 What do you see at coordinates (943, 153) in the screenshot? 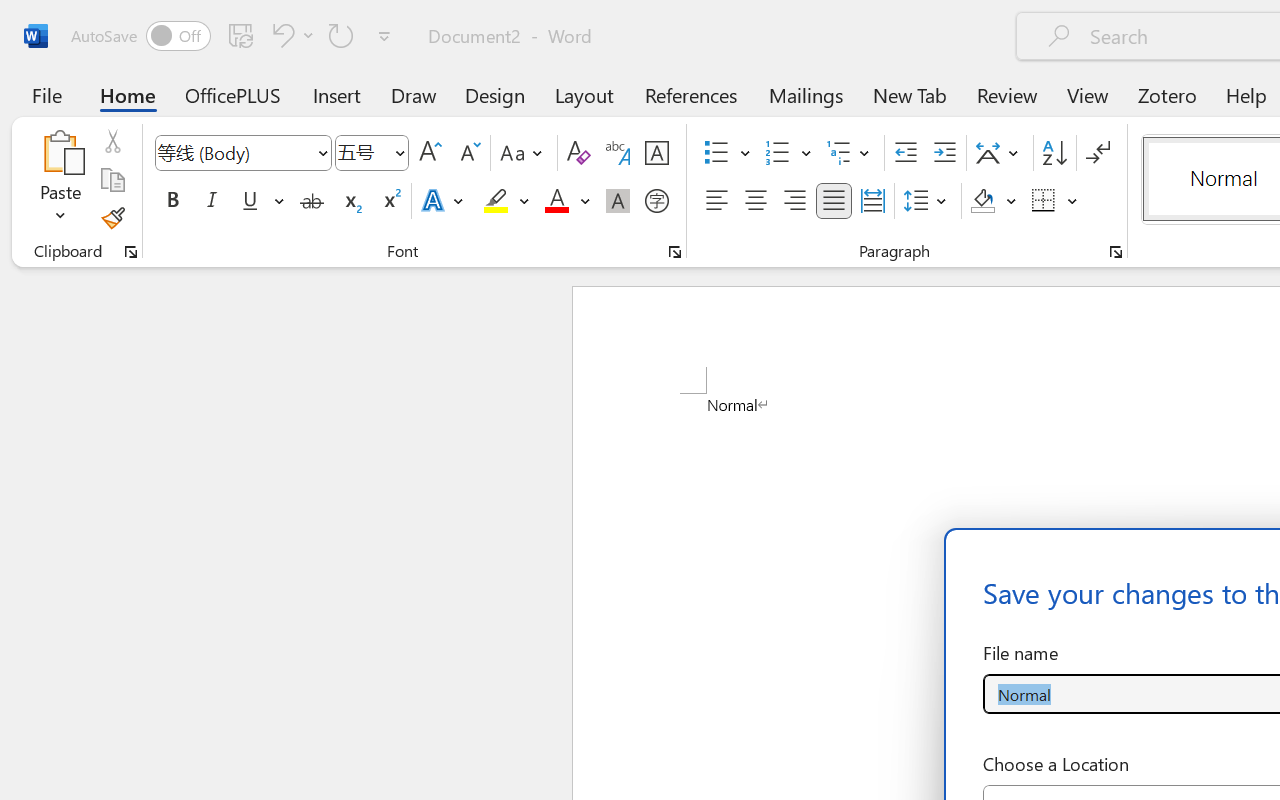
I see `'Increase Indent'` at bounding box center [943, 153].